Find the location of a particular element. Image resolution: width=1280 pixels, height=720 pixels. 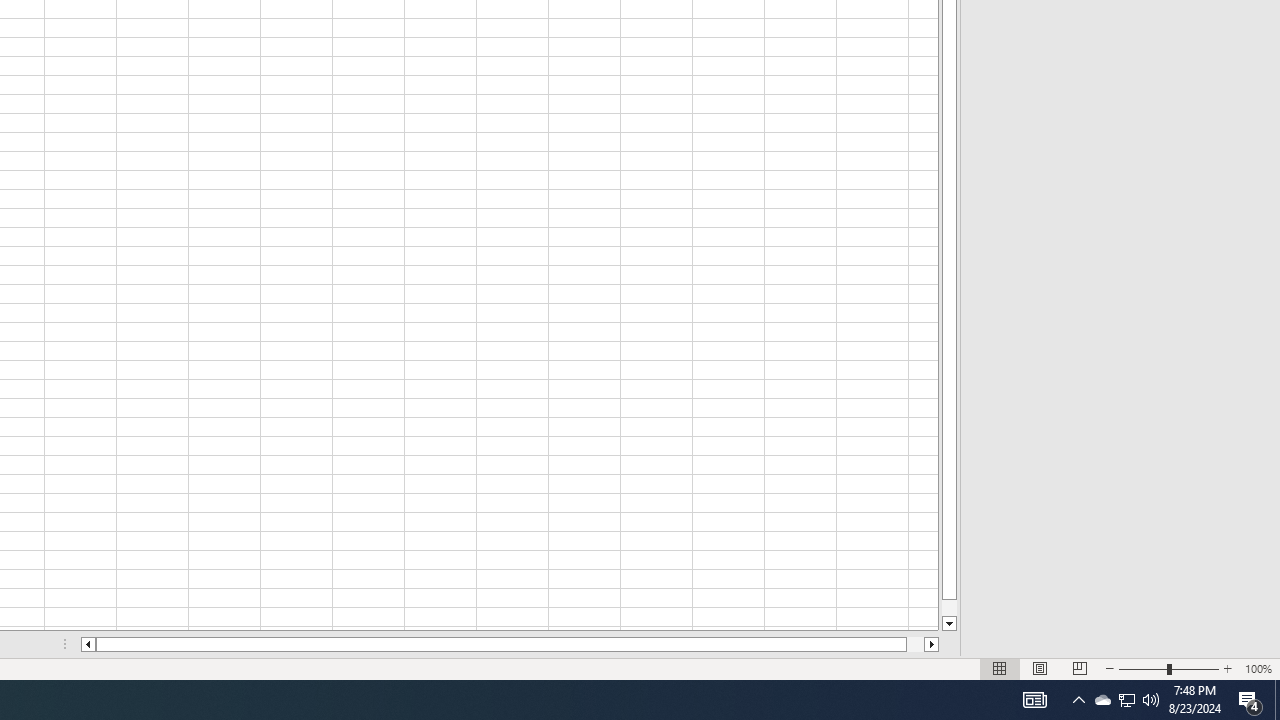

'Normal' is located at coordinates (1000, 669).